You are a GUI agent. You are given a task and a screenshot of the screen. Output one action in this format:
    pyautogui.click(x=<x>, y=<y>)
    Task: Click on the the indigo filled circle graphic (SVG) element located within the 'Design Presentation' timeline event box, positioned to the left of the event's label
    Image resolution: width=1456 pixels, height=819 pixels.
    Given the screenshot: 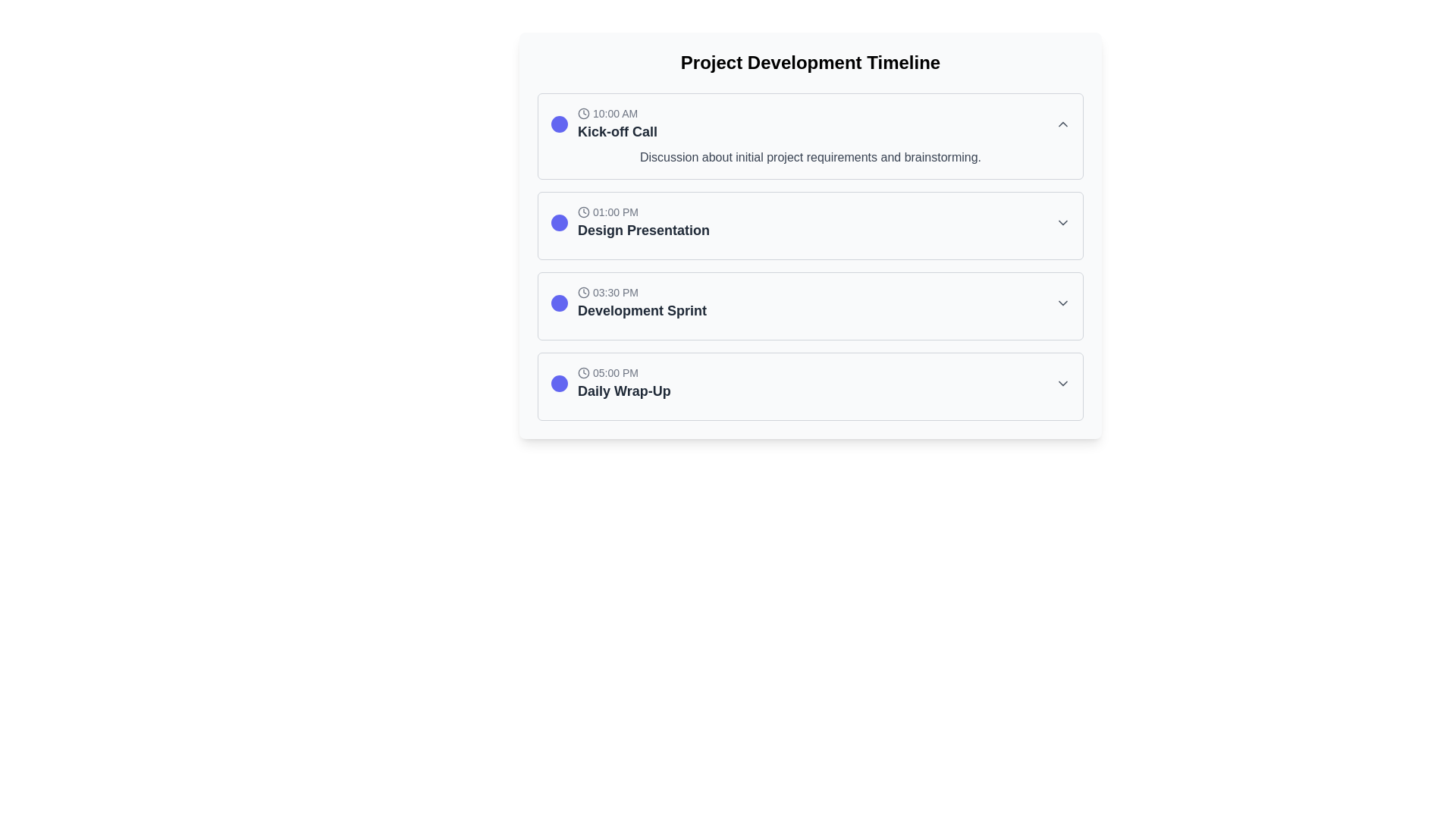 What is the action you would take?
    pyautogui.click(x=559, y=222)
    